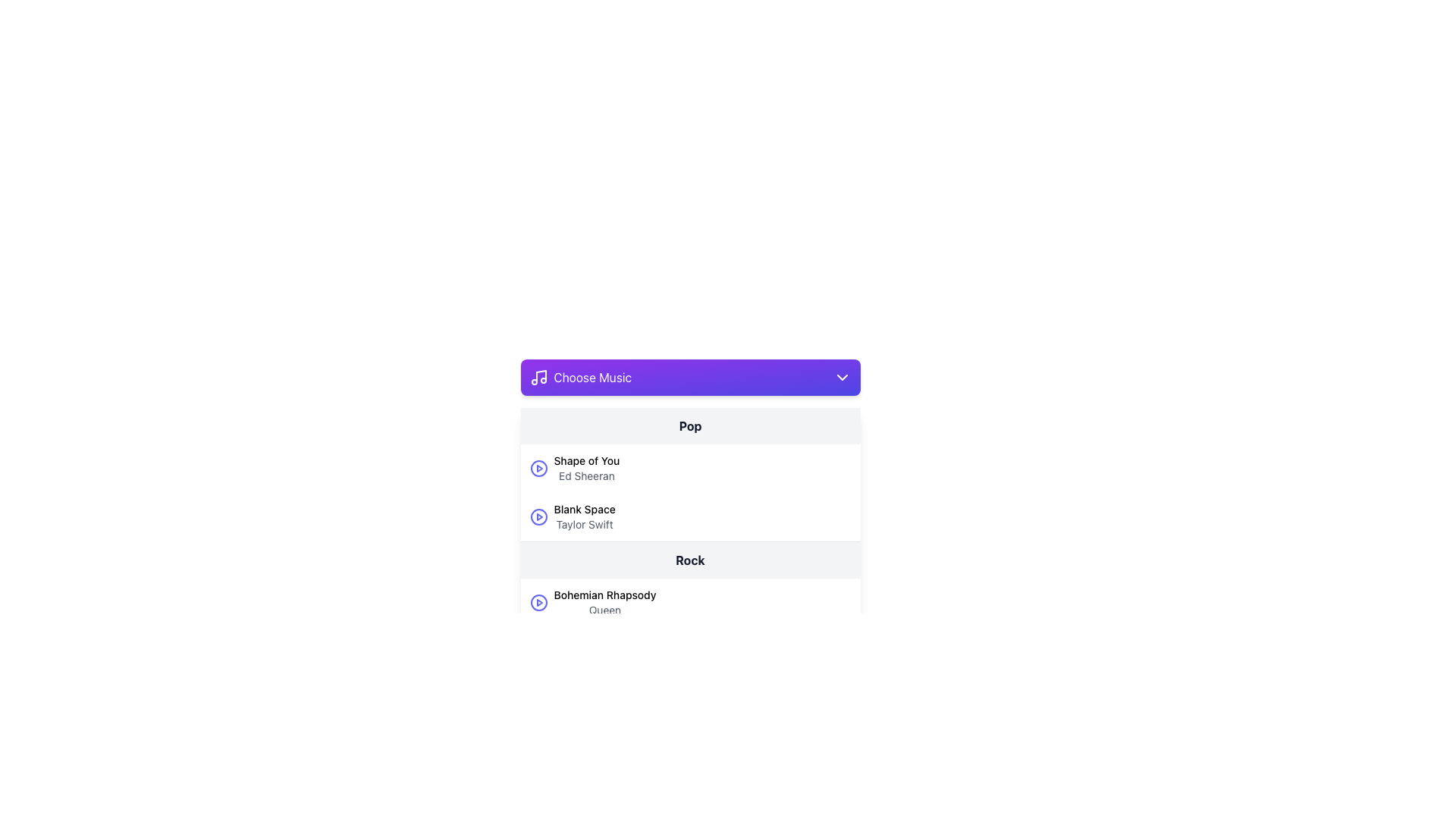 The height and width of the screenshot is (819, 1456). Describe the element at coordinates (604, 601) in the screenshot. I see `the 'Bohemian Rhapsody' text list item` at that location.